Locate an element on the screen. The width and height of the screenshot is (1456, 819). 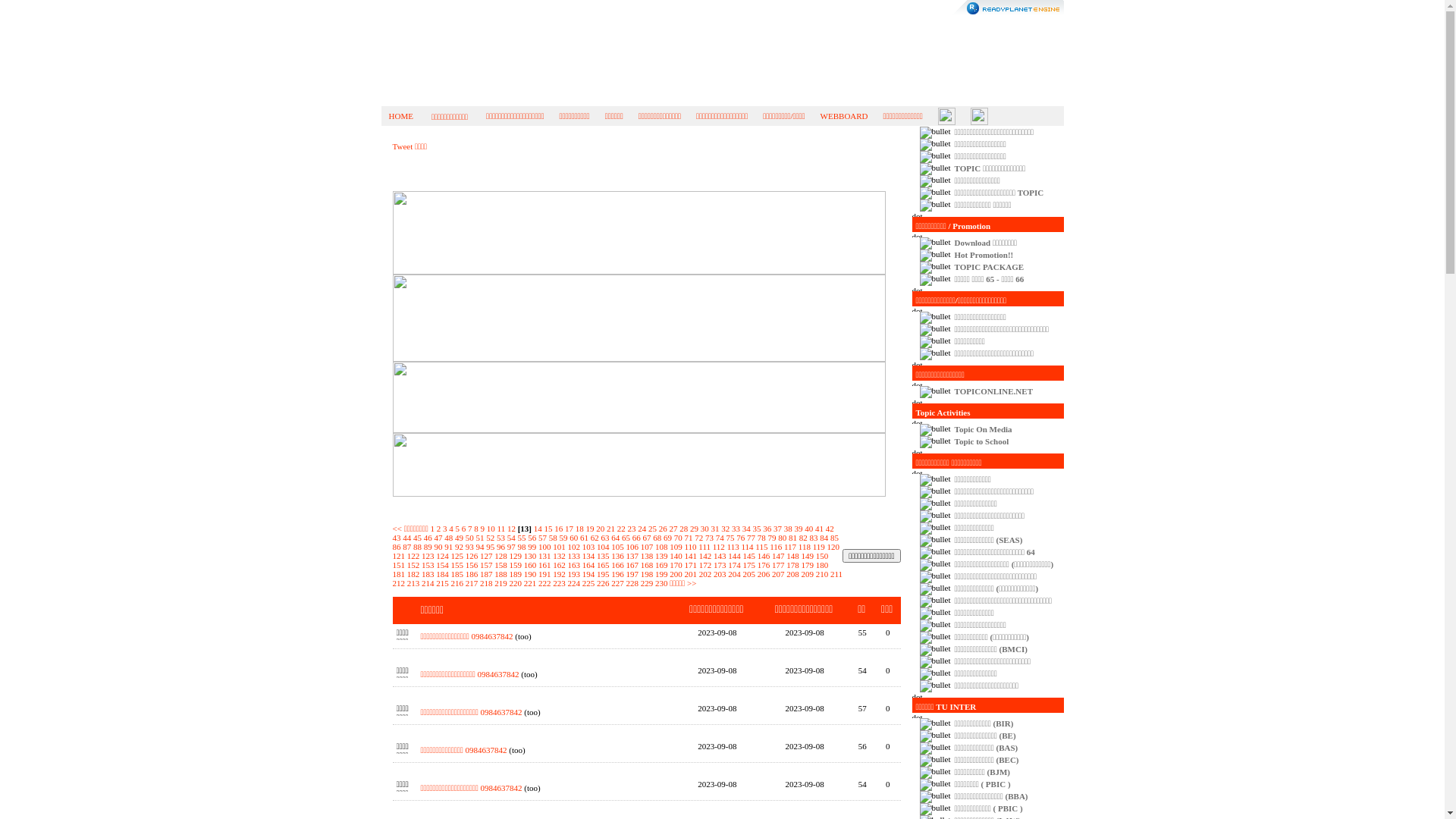
'150' is located at coordinates (821, 555).